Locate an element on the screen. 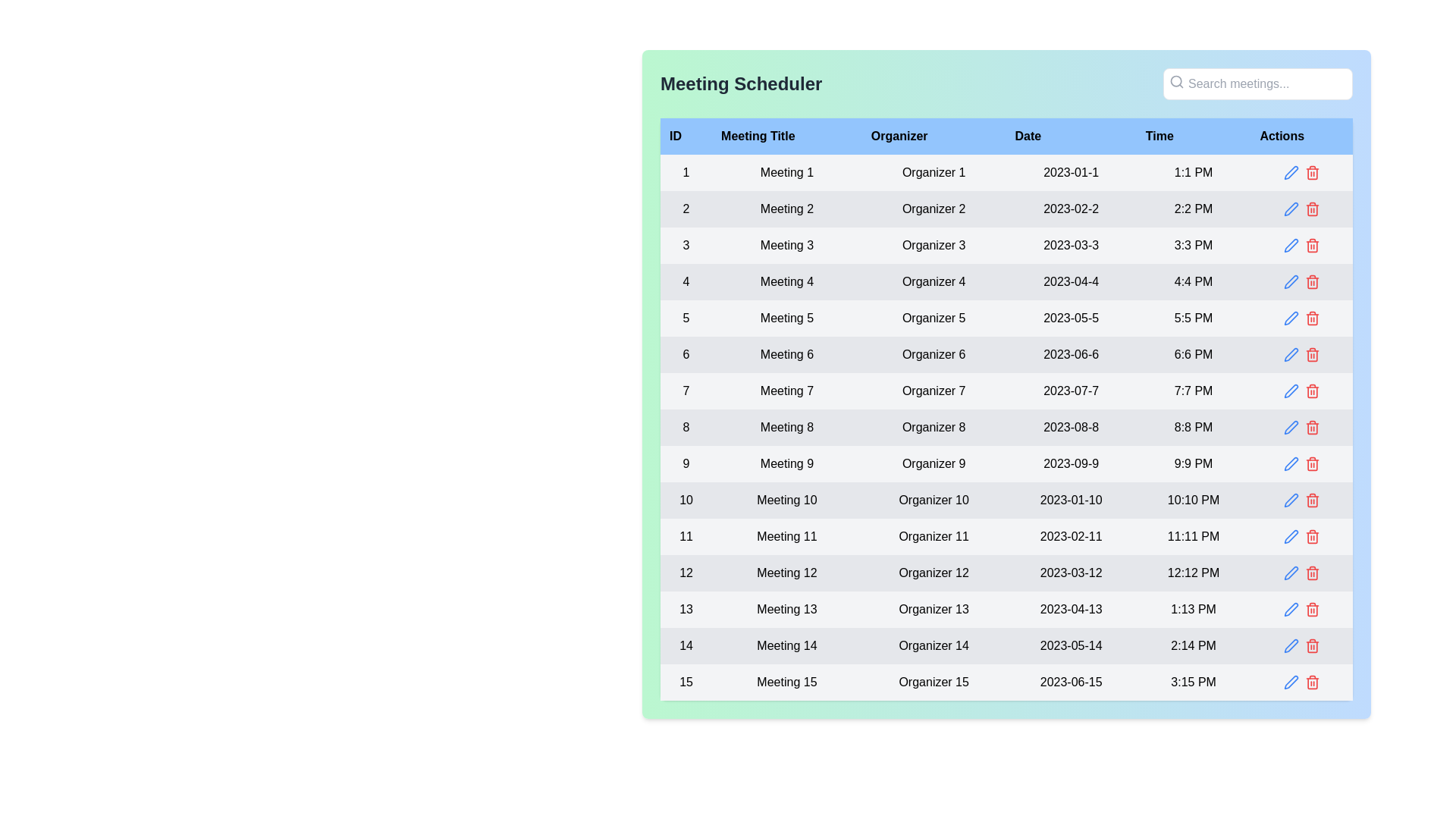  the 13th row of the Meeting Scheduler table which displays details of the scheduled meeting including ID, title, organizer, date, and time is located at coordinates (1006, 608).